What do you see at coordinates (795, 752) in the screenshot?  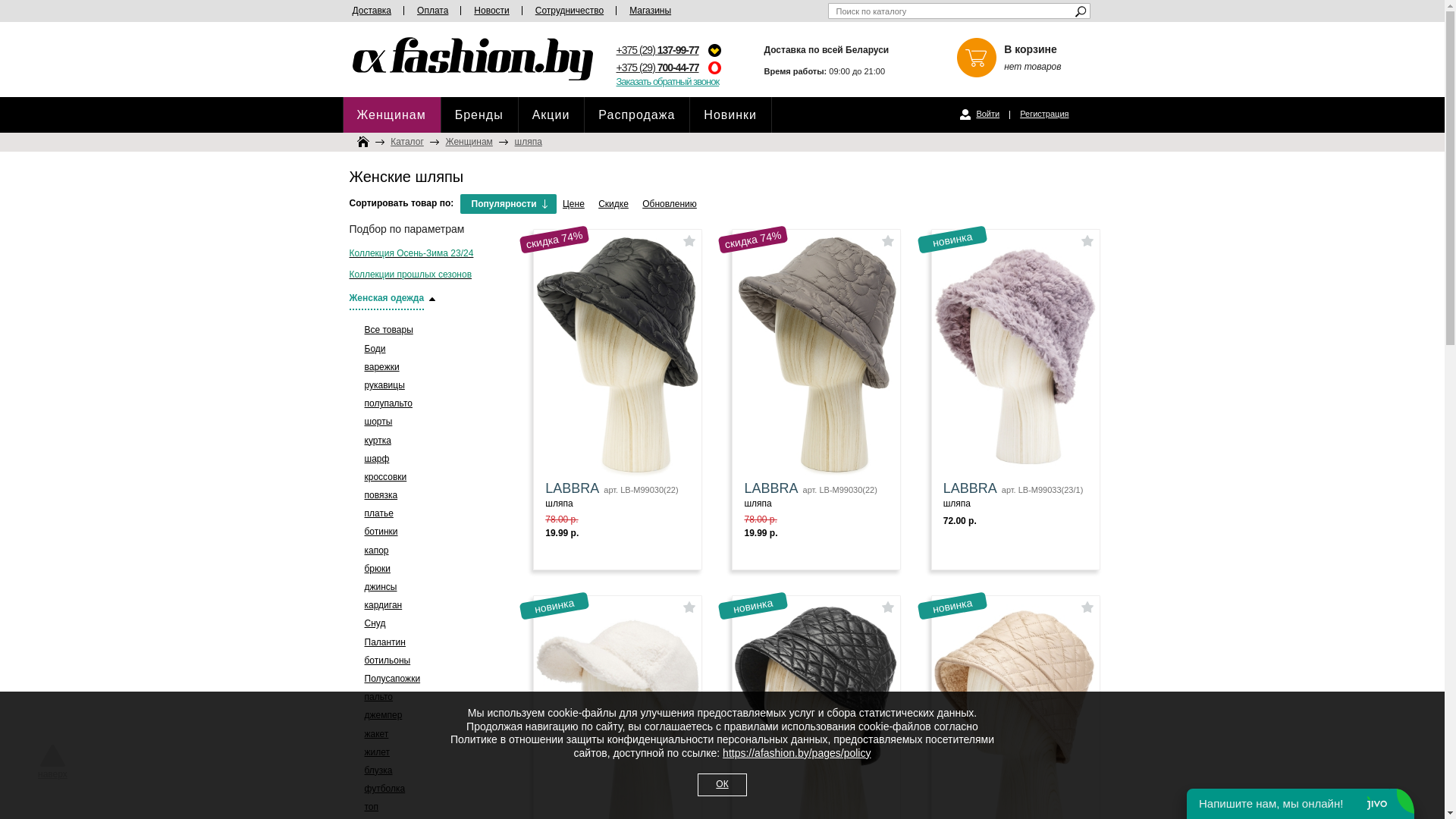 I see `'https://afashion.by/pages/policy'` at bounding box center [795, 752].